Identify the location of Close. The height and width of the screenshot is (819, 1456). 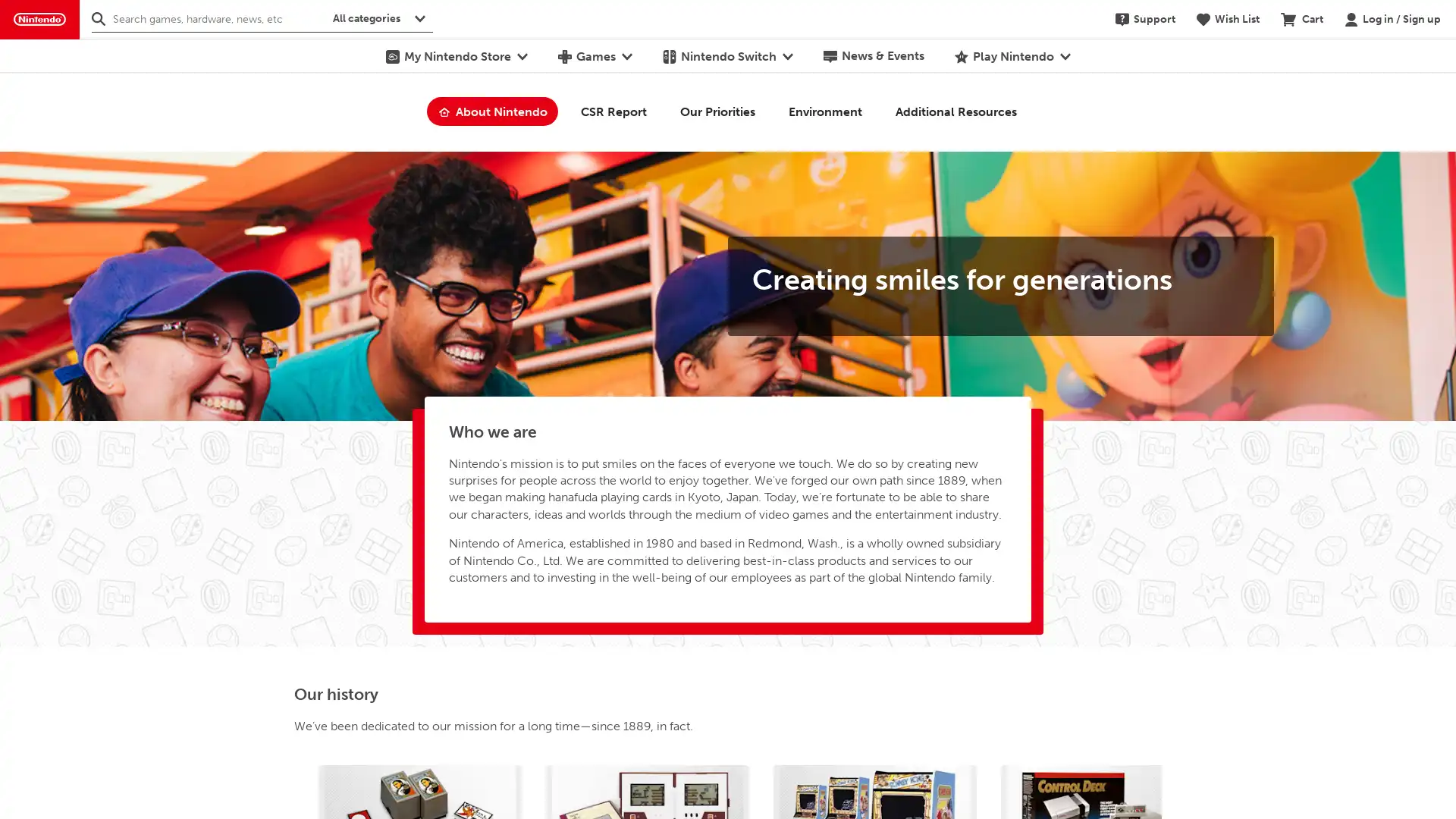
(1433, 88).